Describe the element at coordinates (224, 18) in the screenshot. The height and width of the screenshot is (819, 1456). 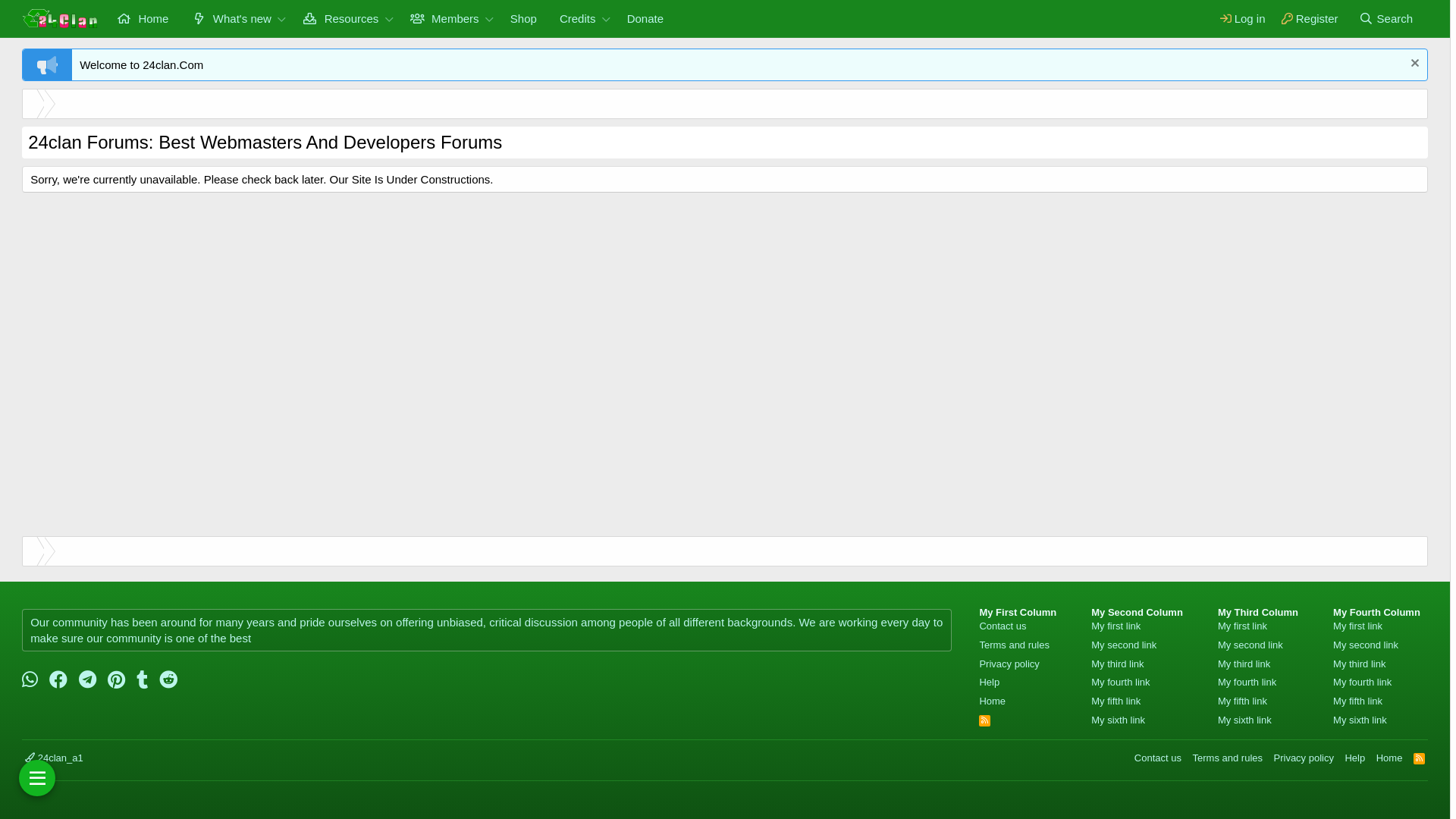
I see `'What's new'` at that location.